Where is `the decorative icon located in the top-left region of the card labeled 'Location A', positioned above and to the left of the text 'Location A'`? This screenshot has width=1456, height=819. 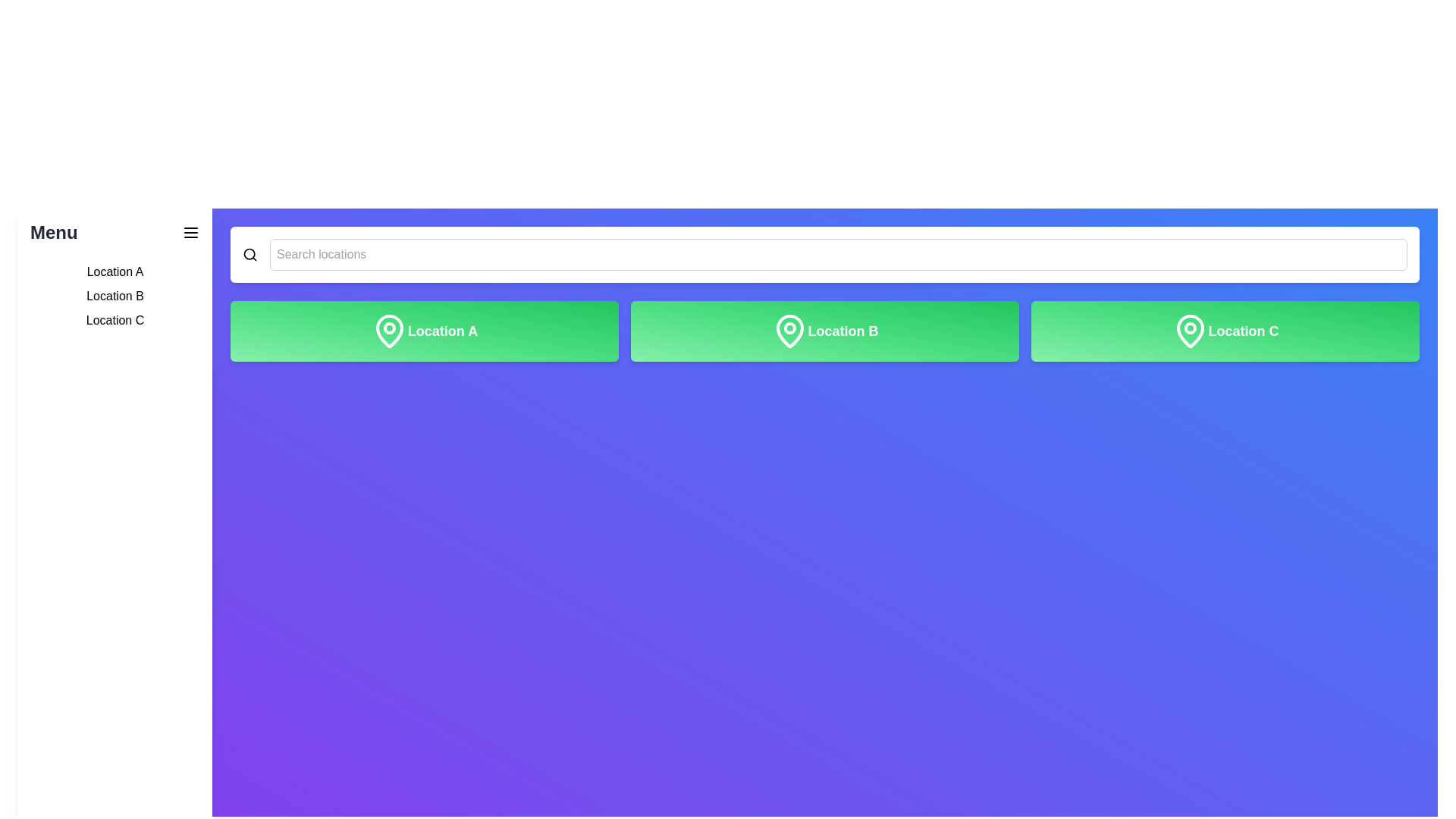
the decorative icon located in the top-left region of the card labeled 'Location A', positioned above and to the left of the text 'Location A' is located at coordinates (389, 330).